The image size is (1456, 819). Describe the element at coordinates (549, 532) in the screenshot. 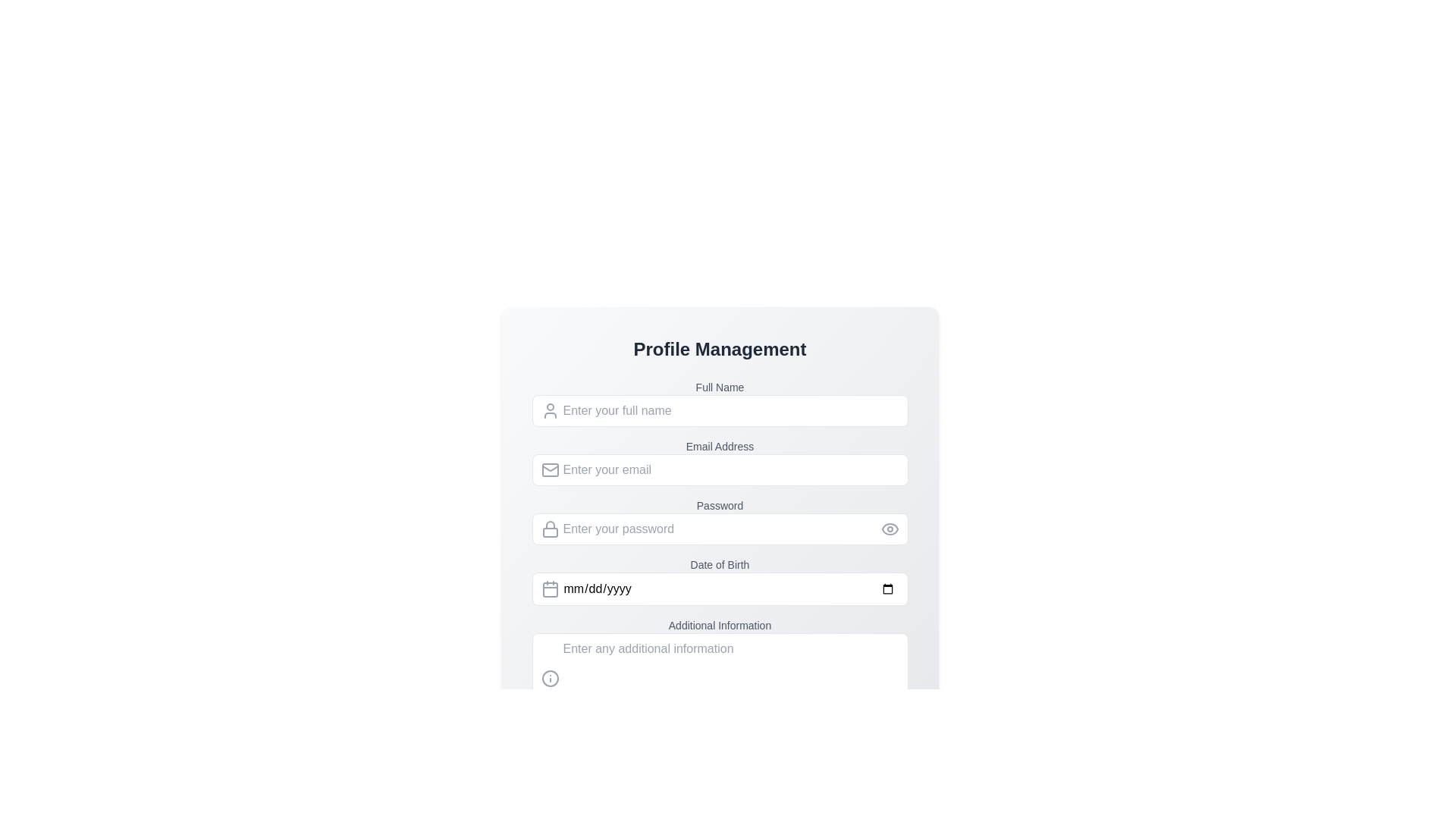

I see `the decorative graphical shape that forms the body of the lock icon, which signifies security for the associated password field` at that location.